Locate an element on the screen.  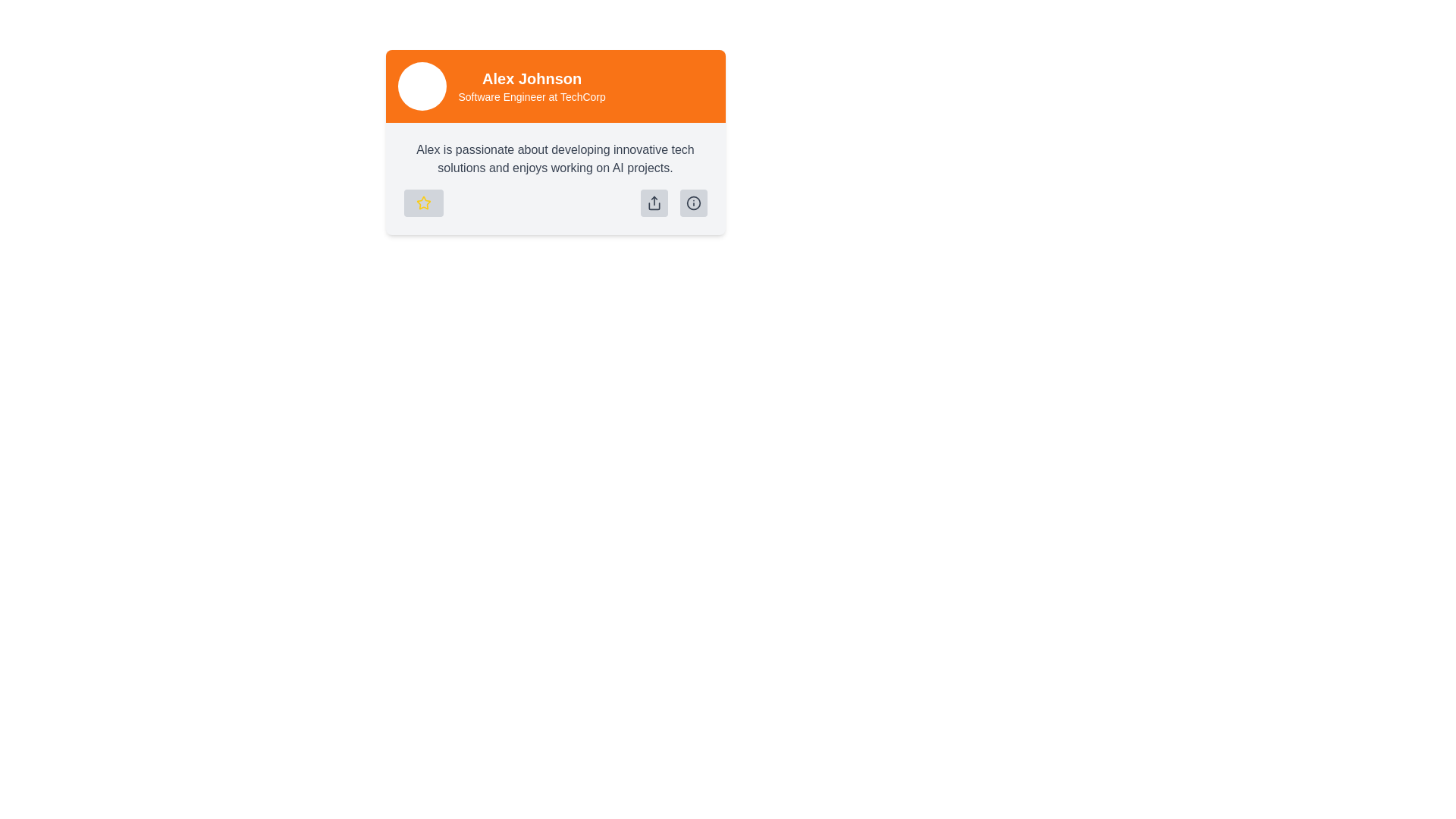
the gray-colored text display that reads: 'Alex is passionate about developing innovative tech solutions and enjoys working on AI projects.' is located at coordinates (554, 158).